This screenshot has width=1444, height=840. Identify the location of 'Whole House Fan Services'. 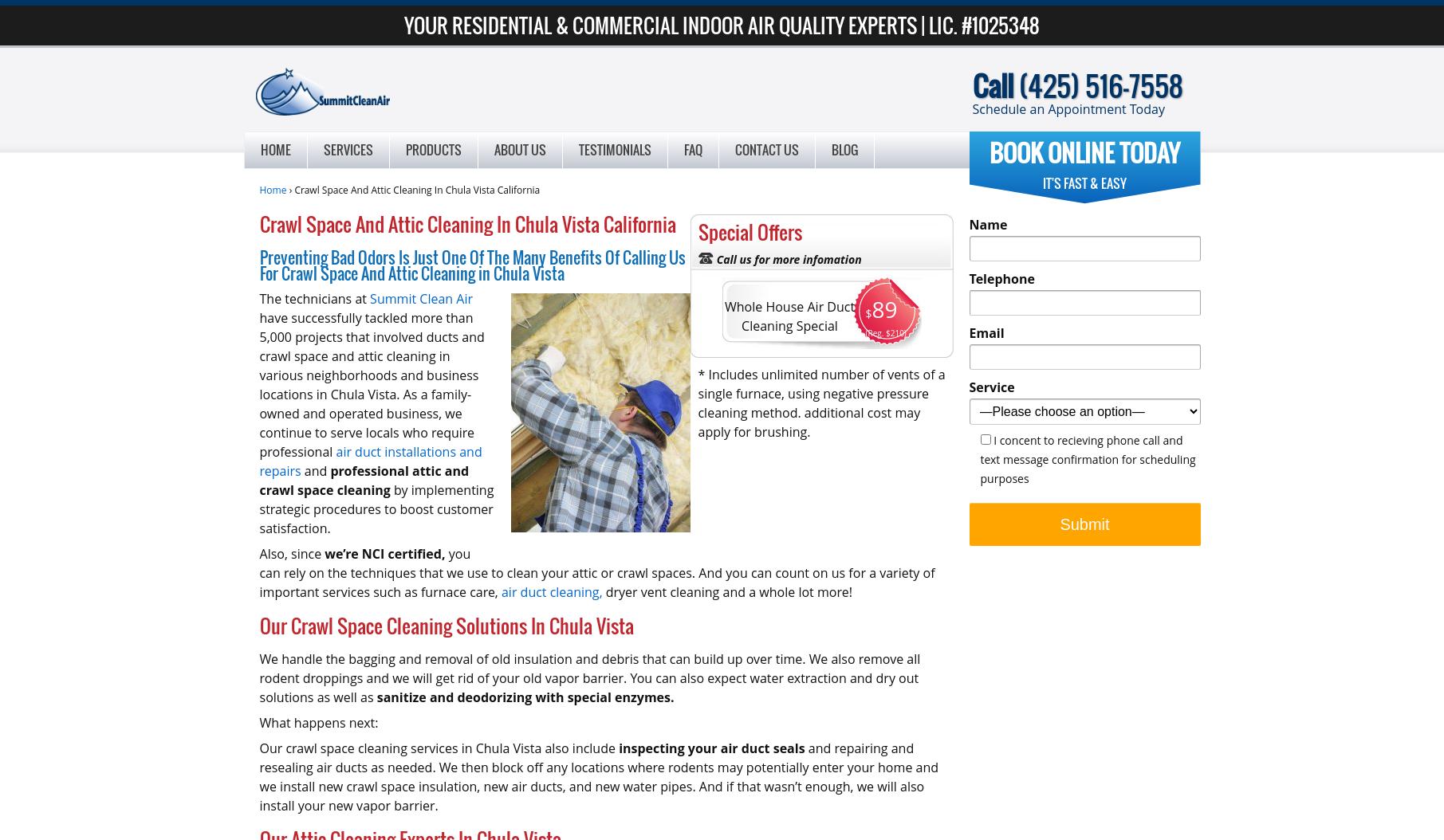
(322, 343).